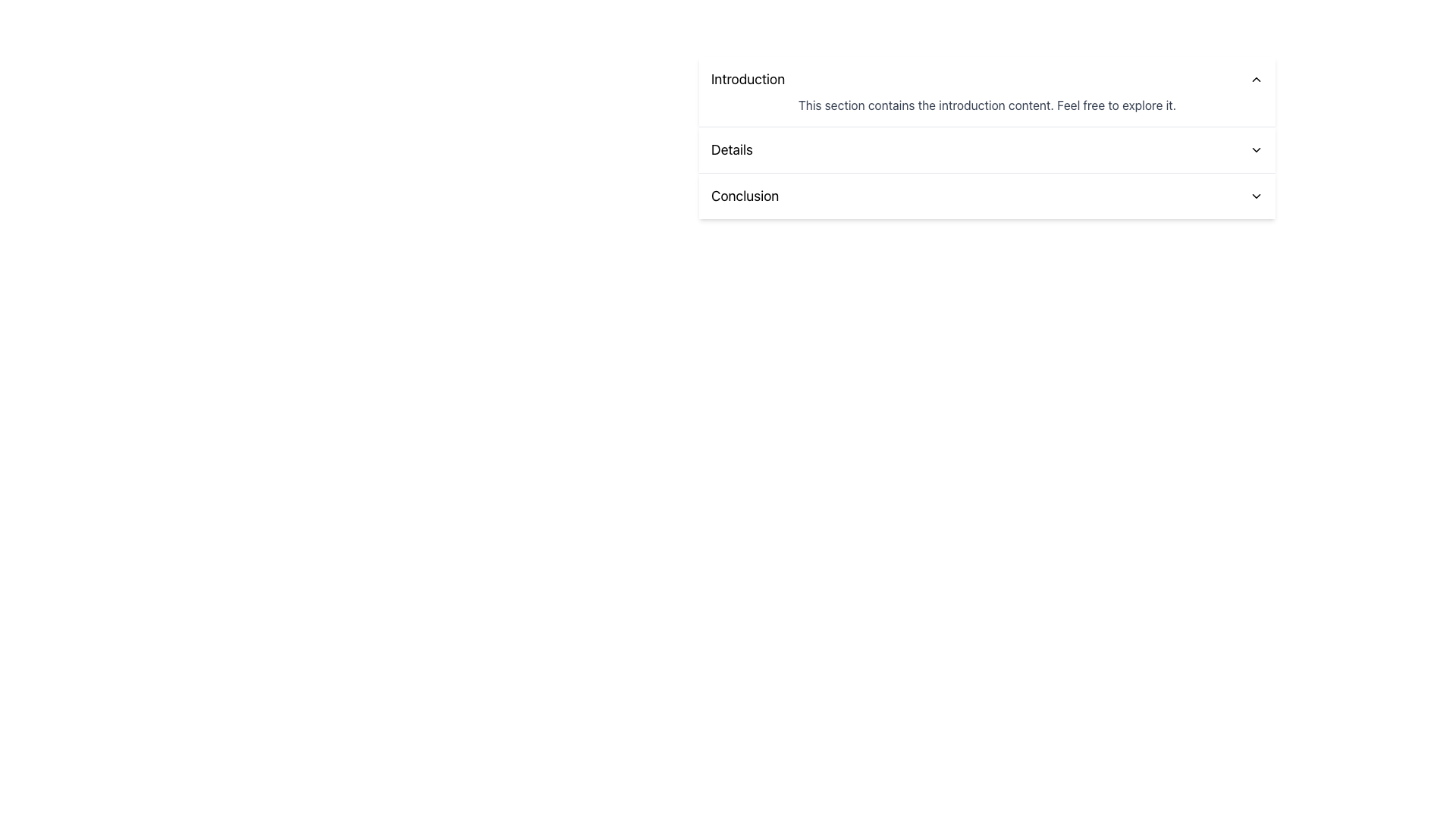 The height and width of the screenshot is (819, 1456). I want to click on the Dropdown toggle for 'Conclusion', so click(987, 195).